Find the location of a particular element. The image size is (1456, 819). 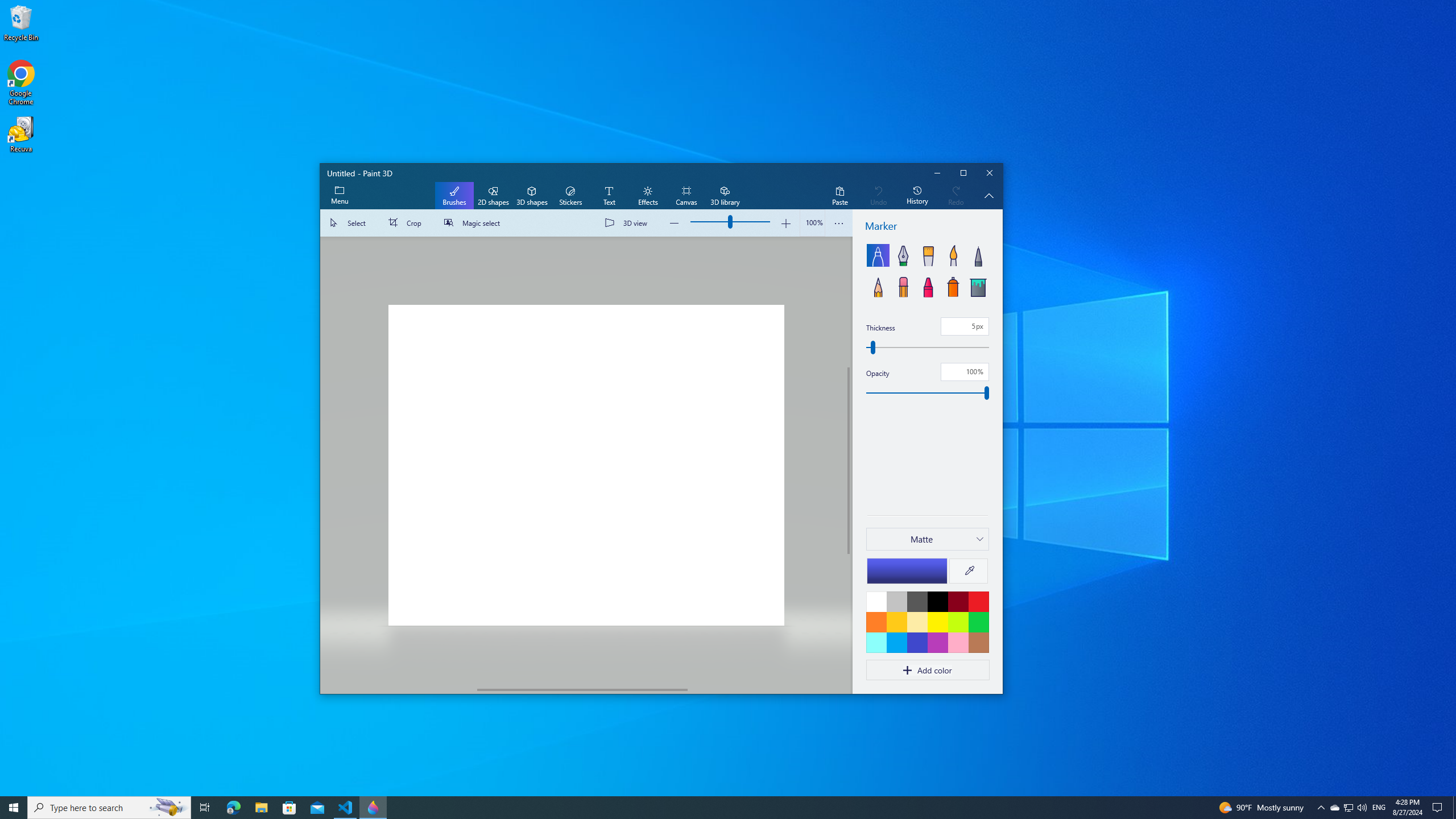

'3D library' is located at coordinates (724, 196).